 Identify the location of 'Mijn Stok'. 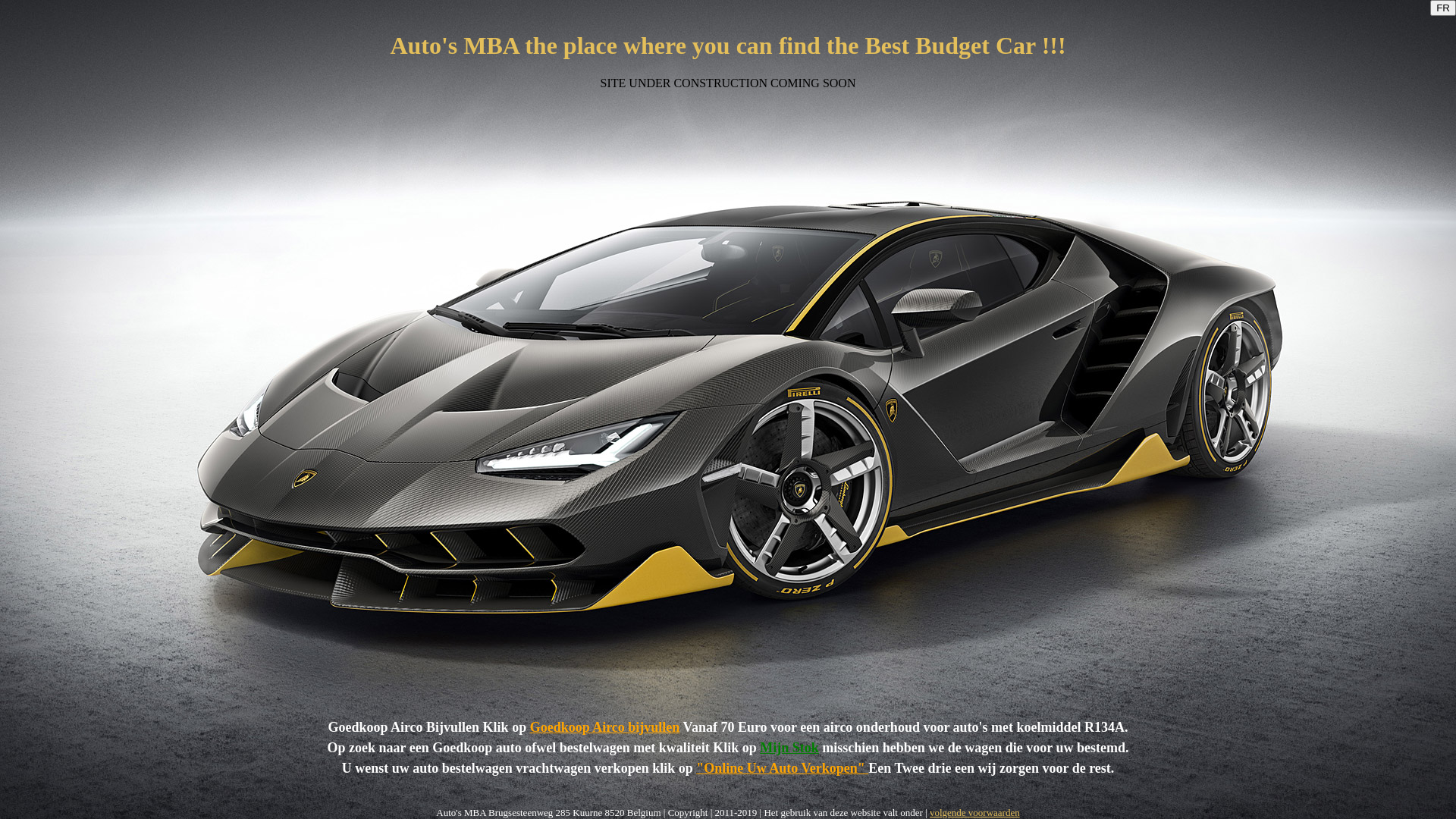
(760, 747).